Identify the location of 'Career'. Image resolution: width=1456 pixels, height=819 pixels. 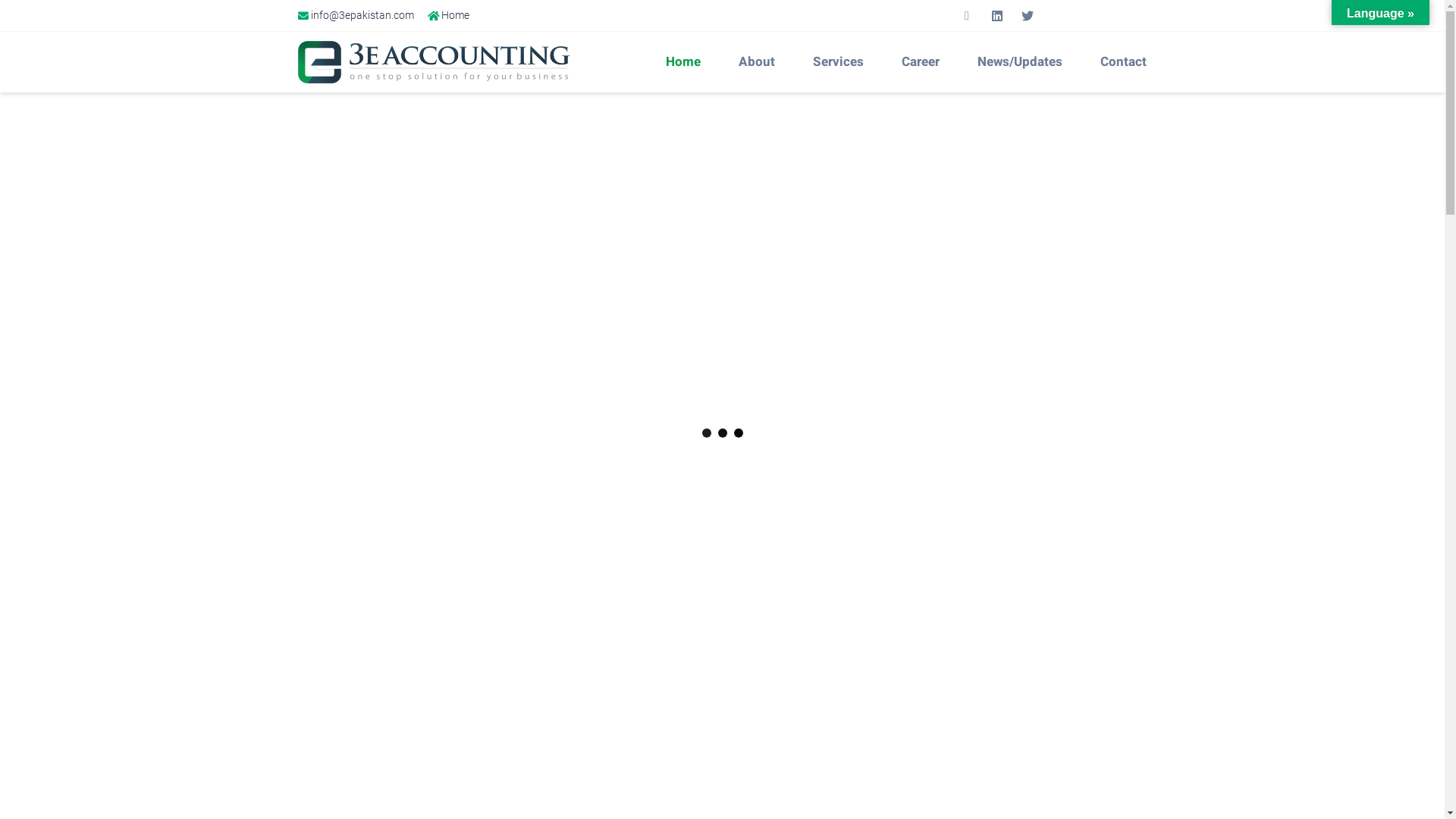
(886, 61).